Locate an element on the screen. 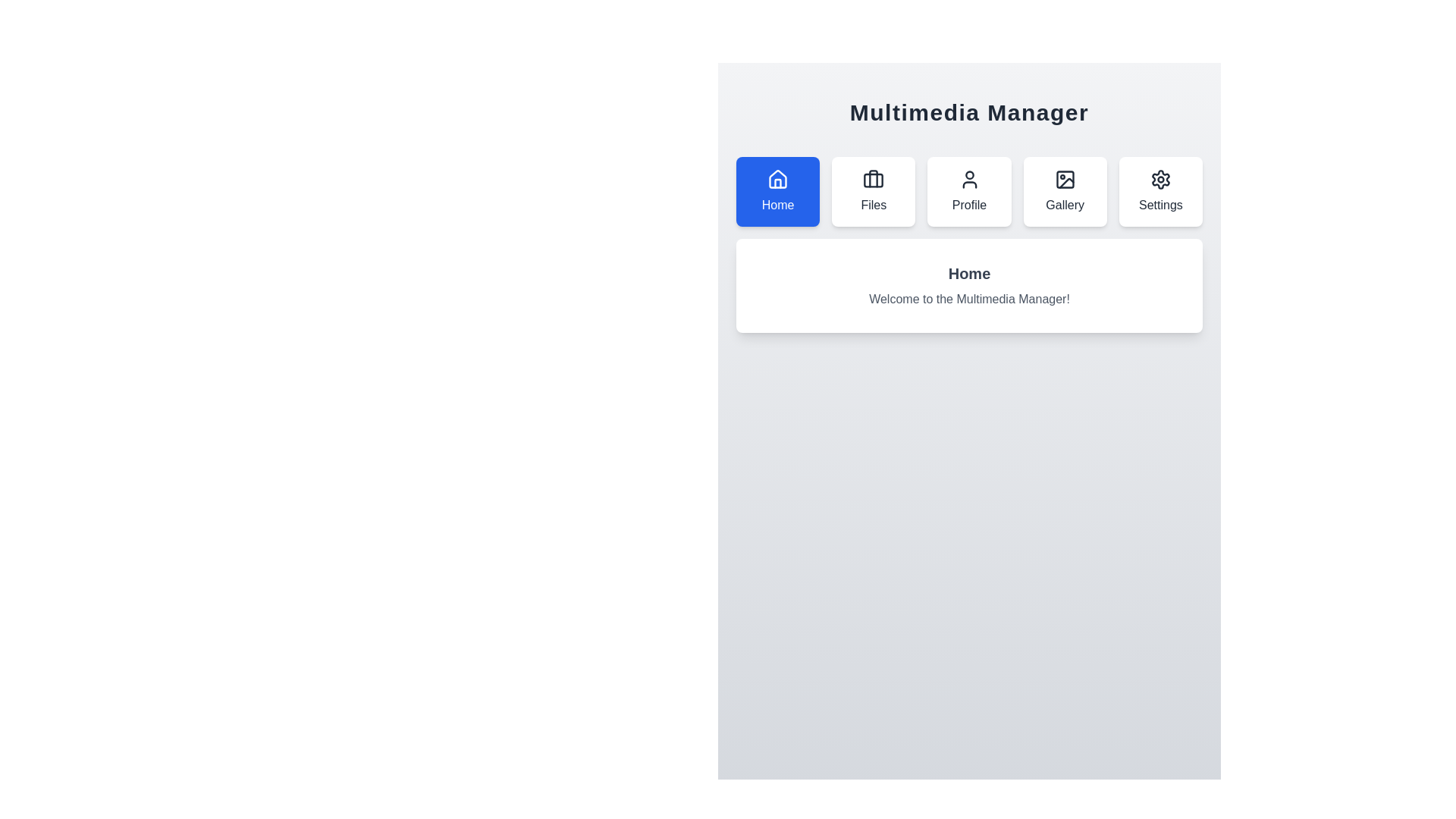 The image size is (1456, 819). the buttons in the Horizontal Navigation Bar located below the 'Multimedia Manager' header for visual feedback is located at coordinates (968, 191).